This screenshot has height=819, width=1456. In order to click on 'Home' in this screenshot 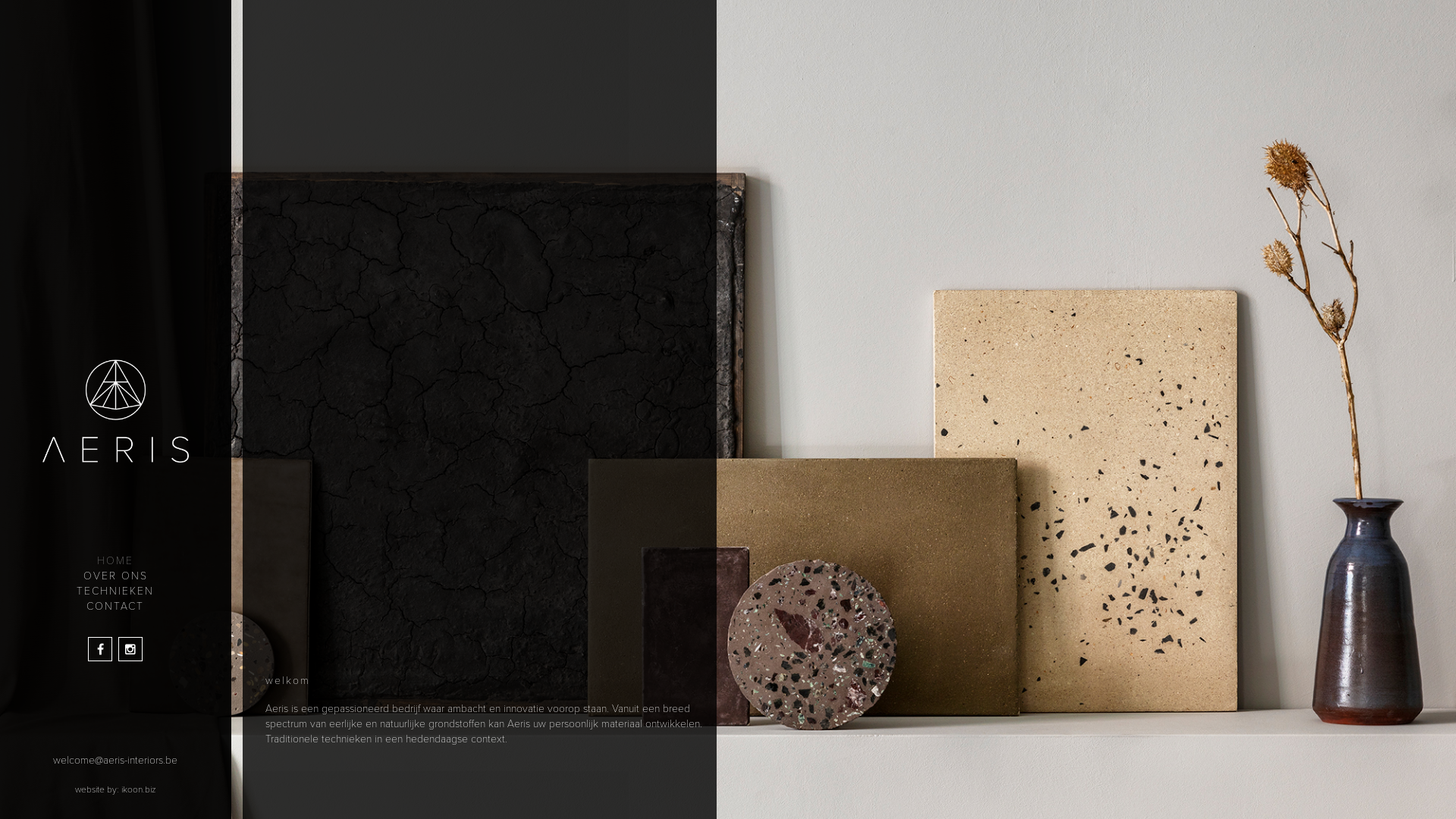, I will do `click(115, 418)`.